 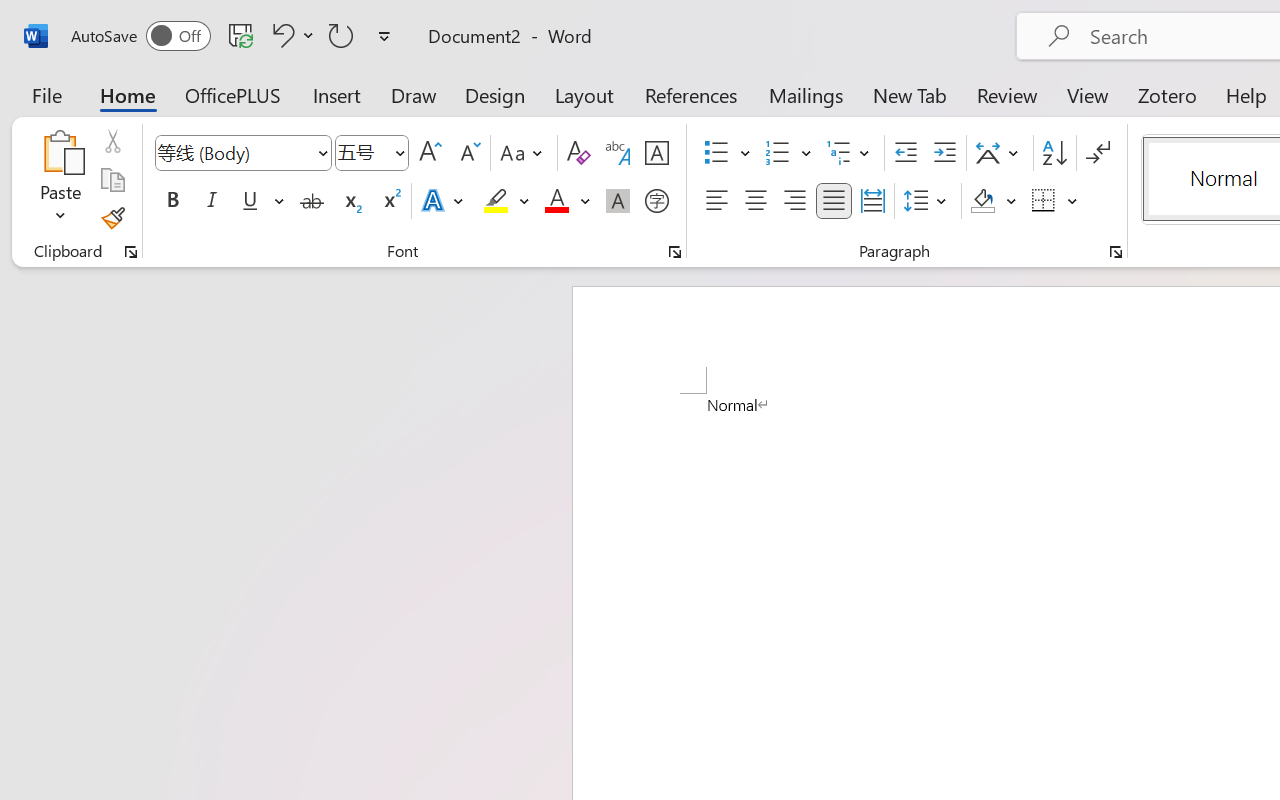 I want to click on 'New Tab', so click(x=909, y=94).